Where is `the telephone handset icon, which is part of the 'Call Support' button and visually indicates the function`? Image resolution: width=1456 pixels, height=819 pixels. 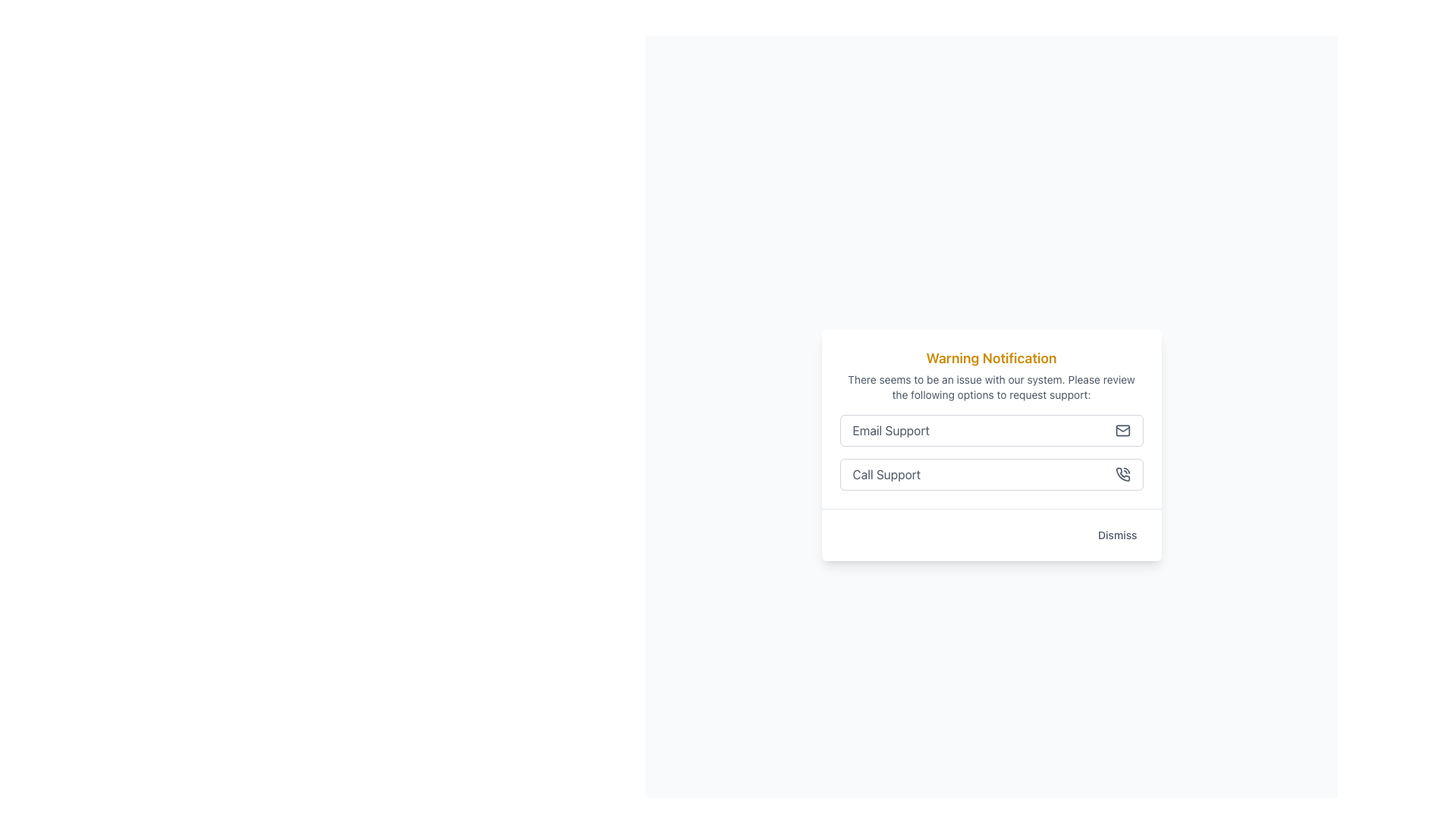 the telephone handset icon, which is part of the 'Call Support' button and visually indicates the function is located at coordinates (1122, 473).